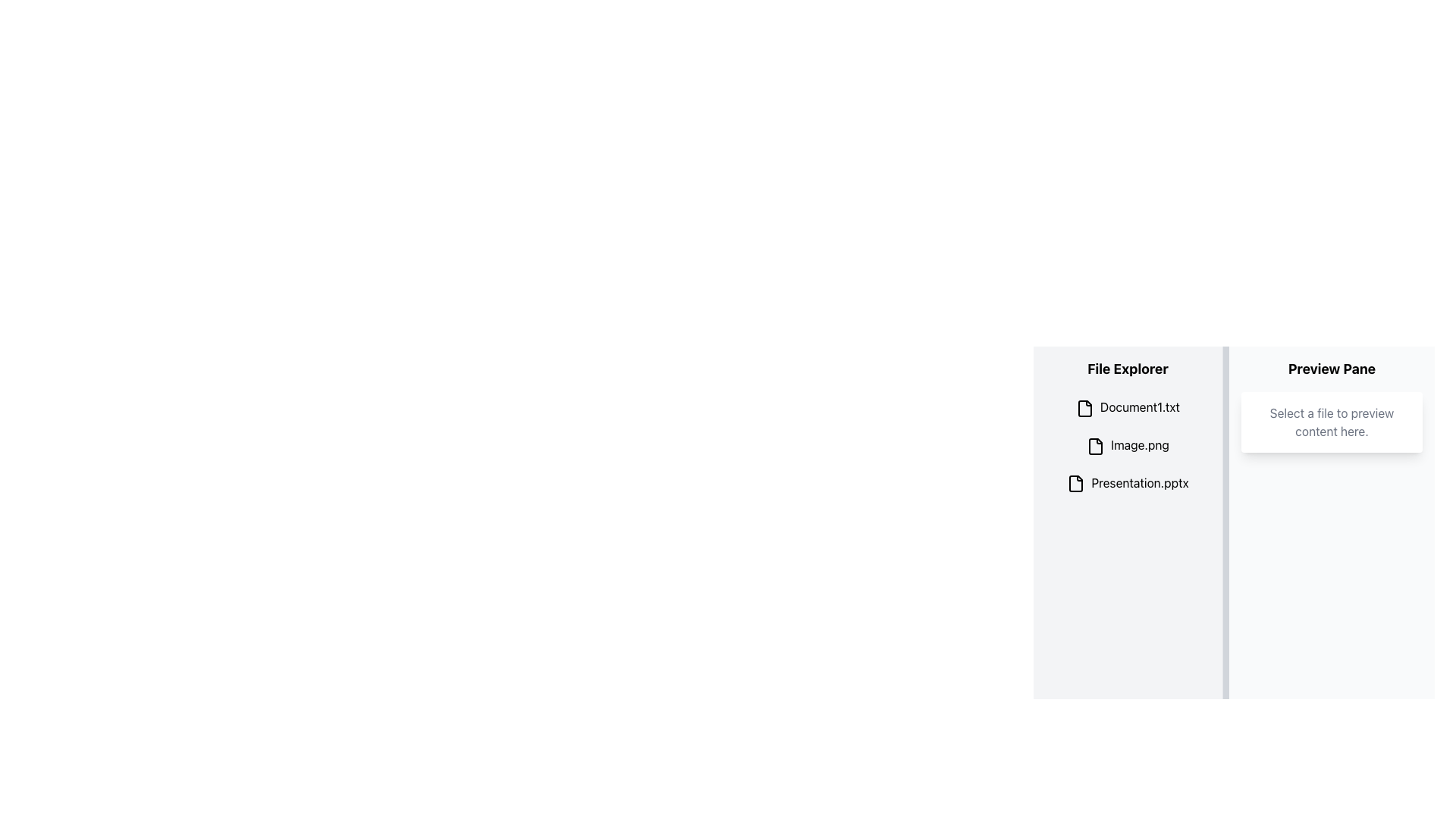  Describe the element at coordinates (1128, 369) in the screenshot. I see `the text label that serves as a title for the File Explorer section, located at the top-left corner of the section` at that location.